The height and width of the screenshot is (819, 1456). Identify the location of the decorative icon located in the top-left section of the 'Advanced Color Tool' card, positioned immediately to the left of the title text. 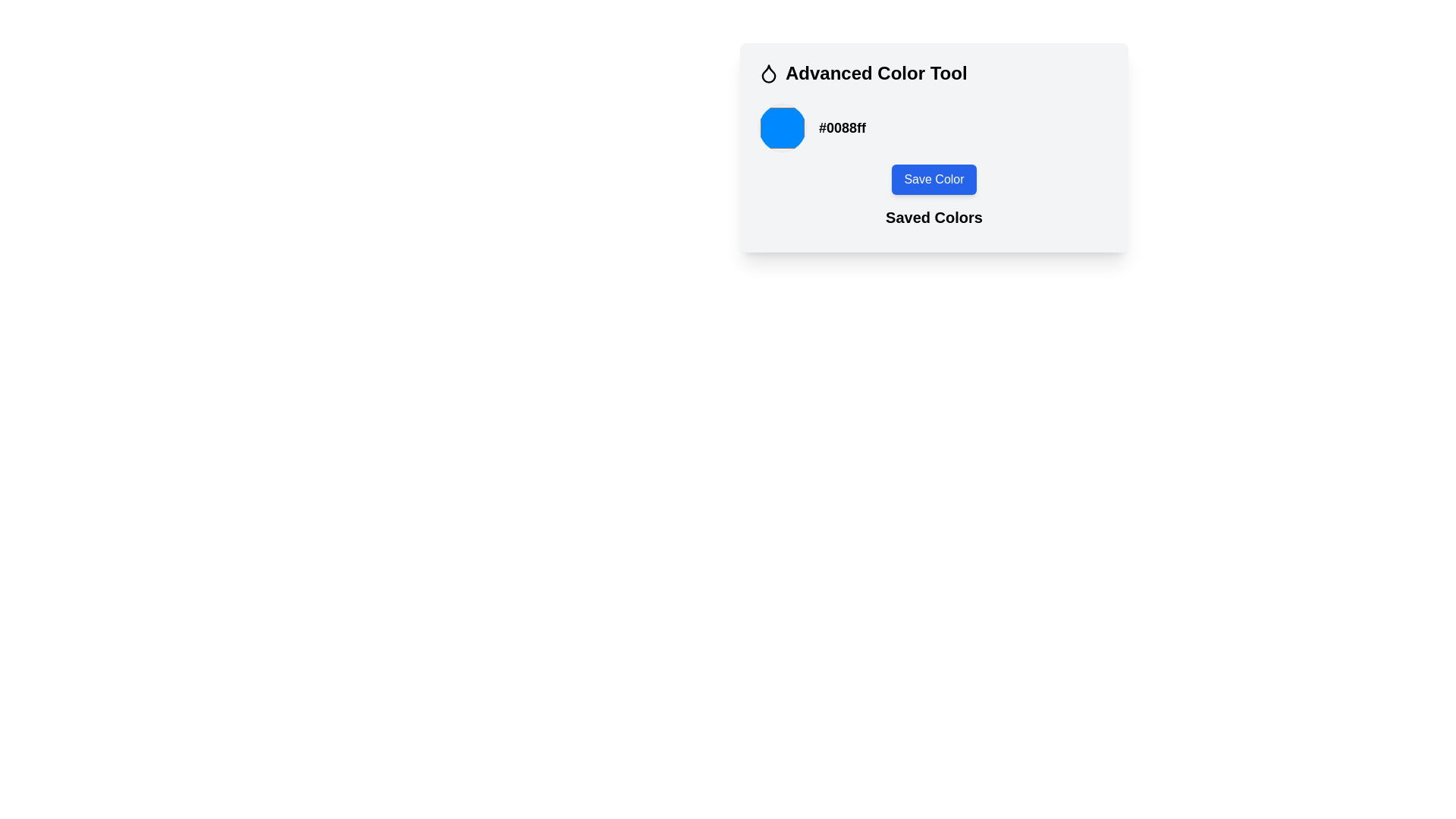
(768, 73).